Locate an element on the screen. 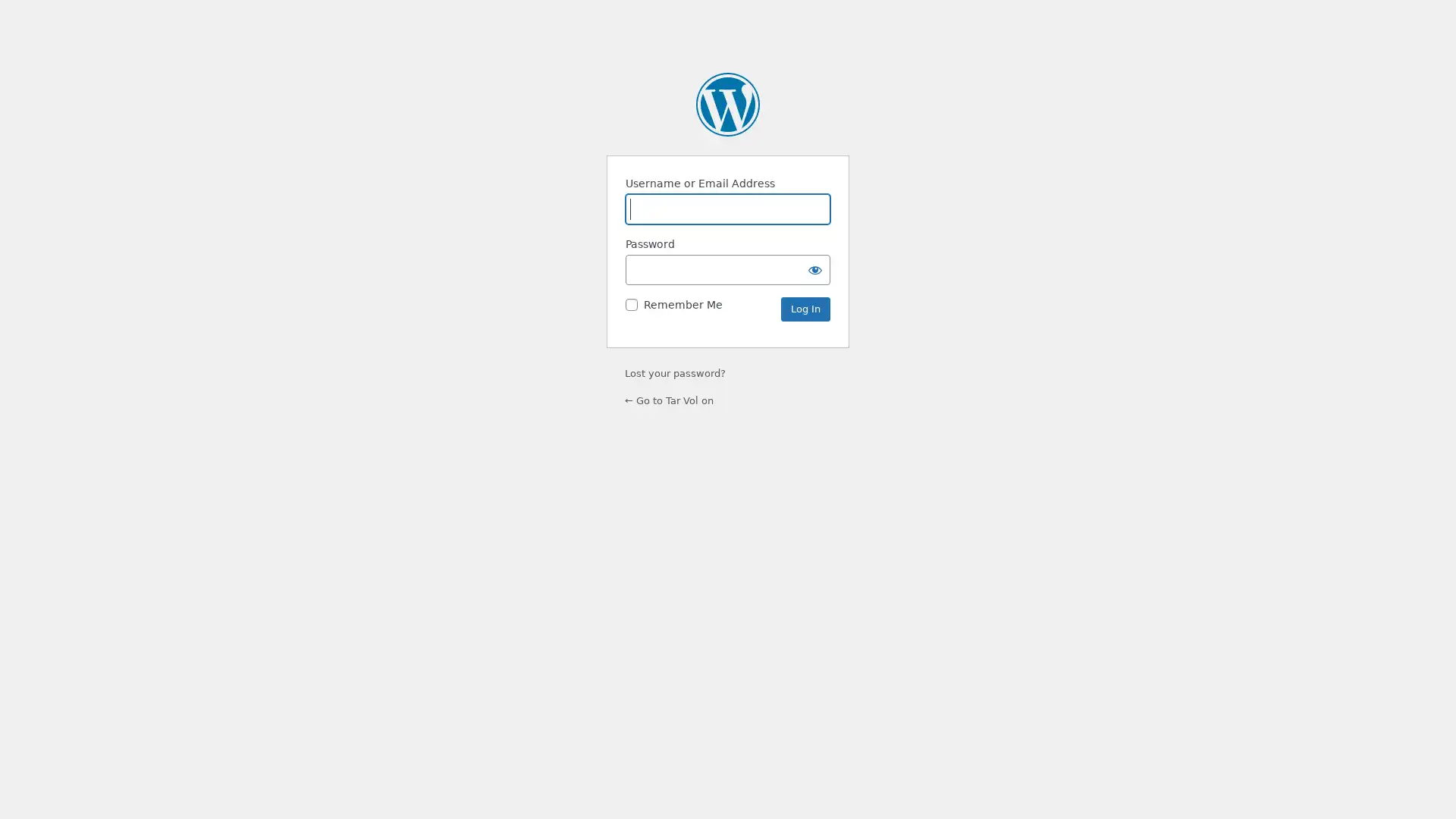 Image resolution: width=1456 pixels, height=819 pixels. Log In is located at coordinates (805, 309).